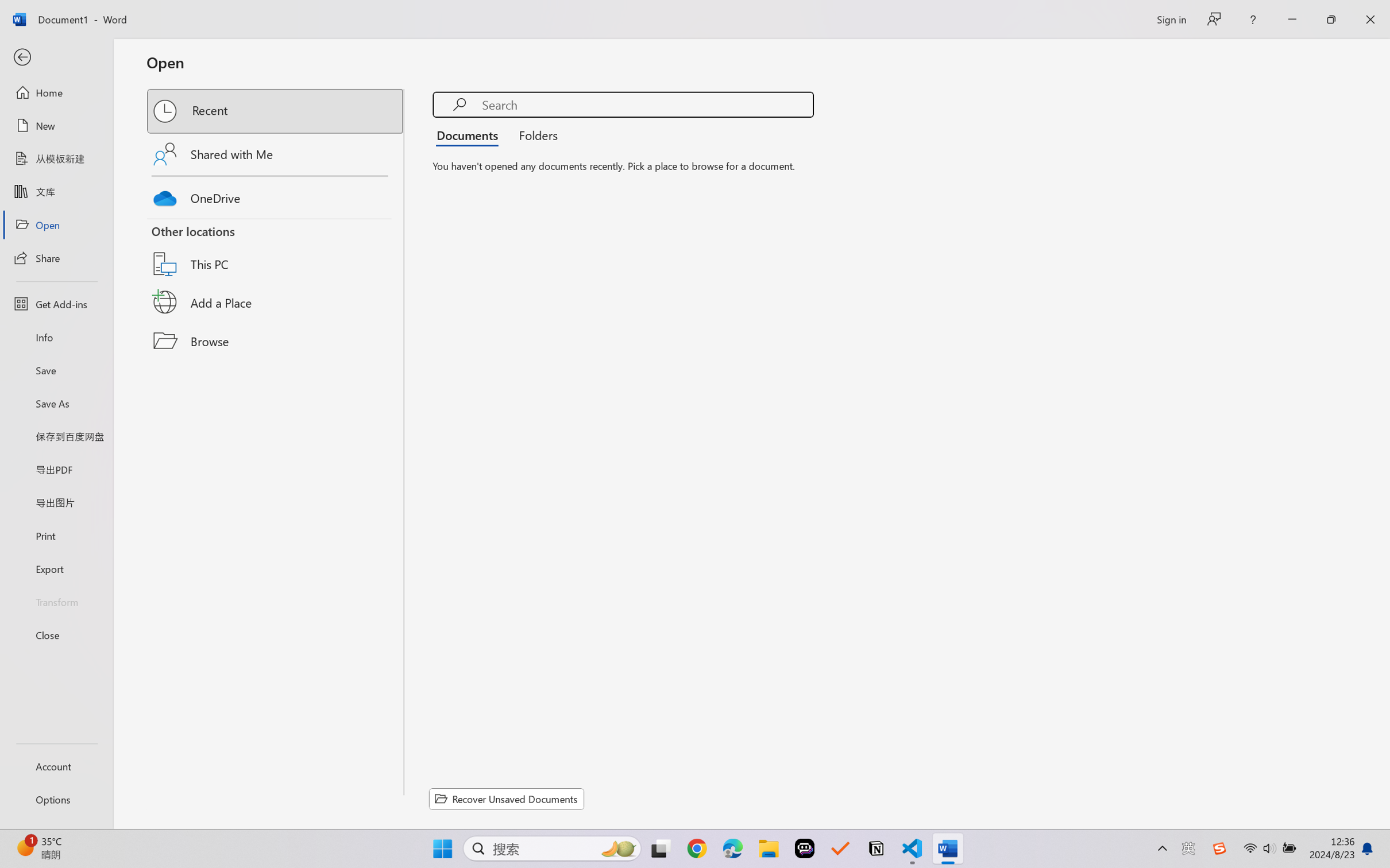 This screenshot has width=1390, height=868. Describe the element at coordinates (56, 403) in the screenshot. I see `'Save As'` at that location.